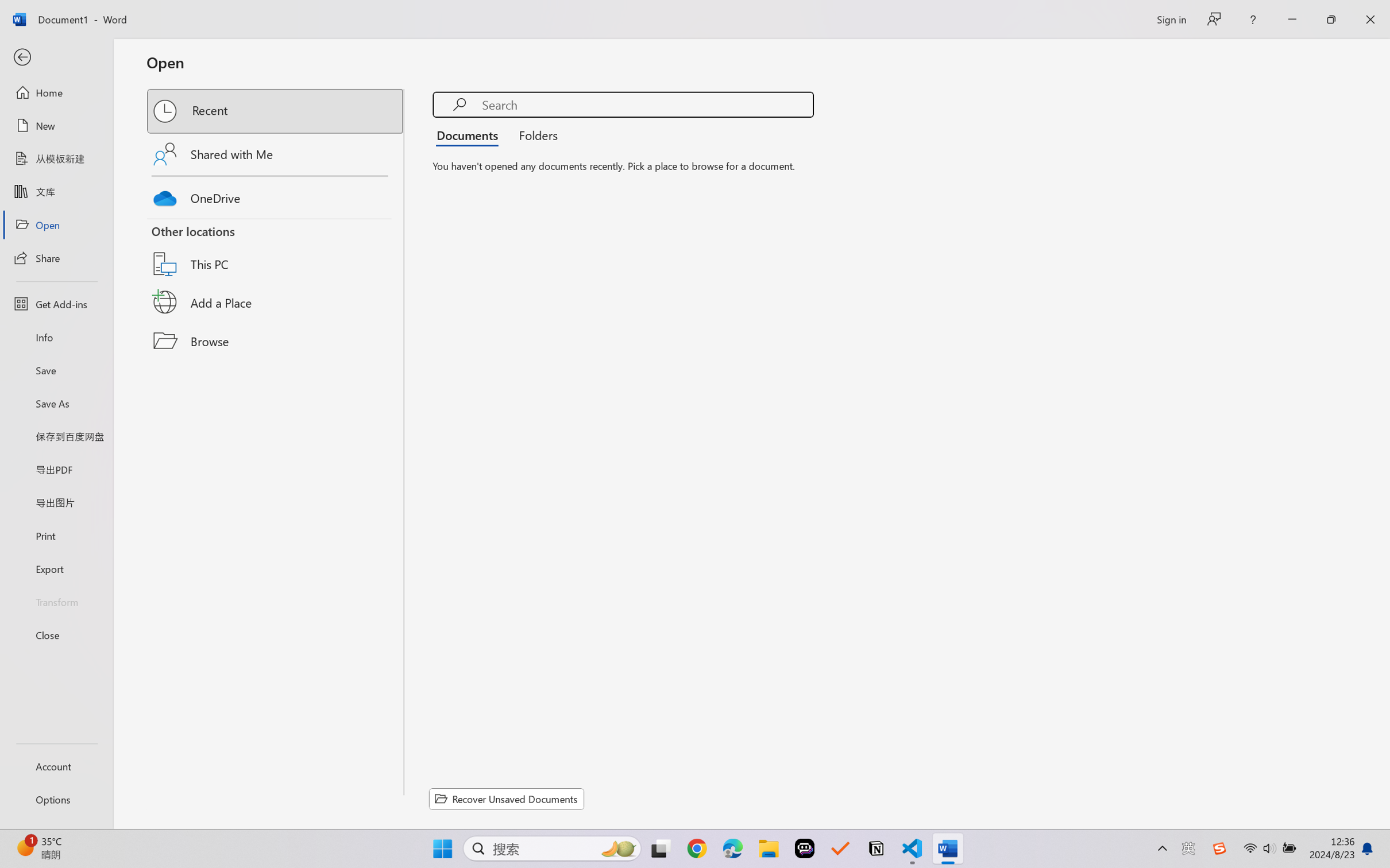 This screenshot has width=1390, height=868. Describe the element at coordinates (56, 403) in the screenshot. I see `'Save As'` at that location.